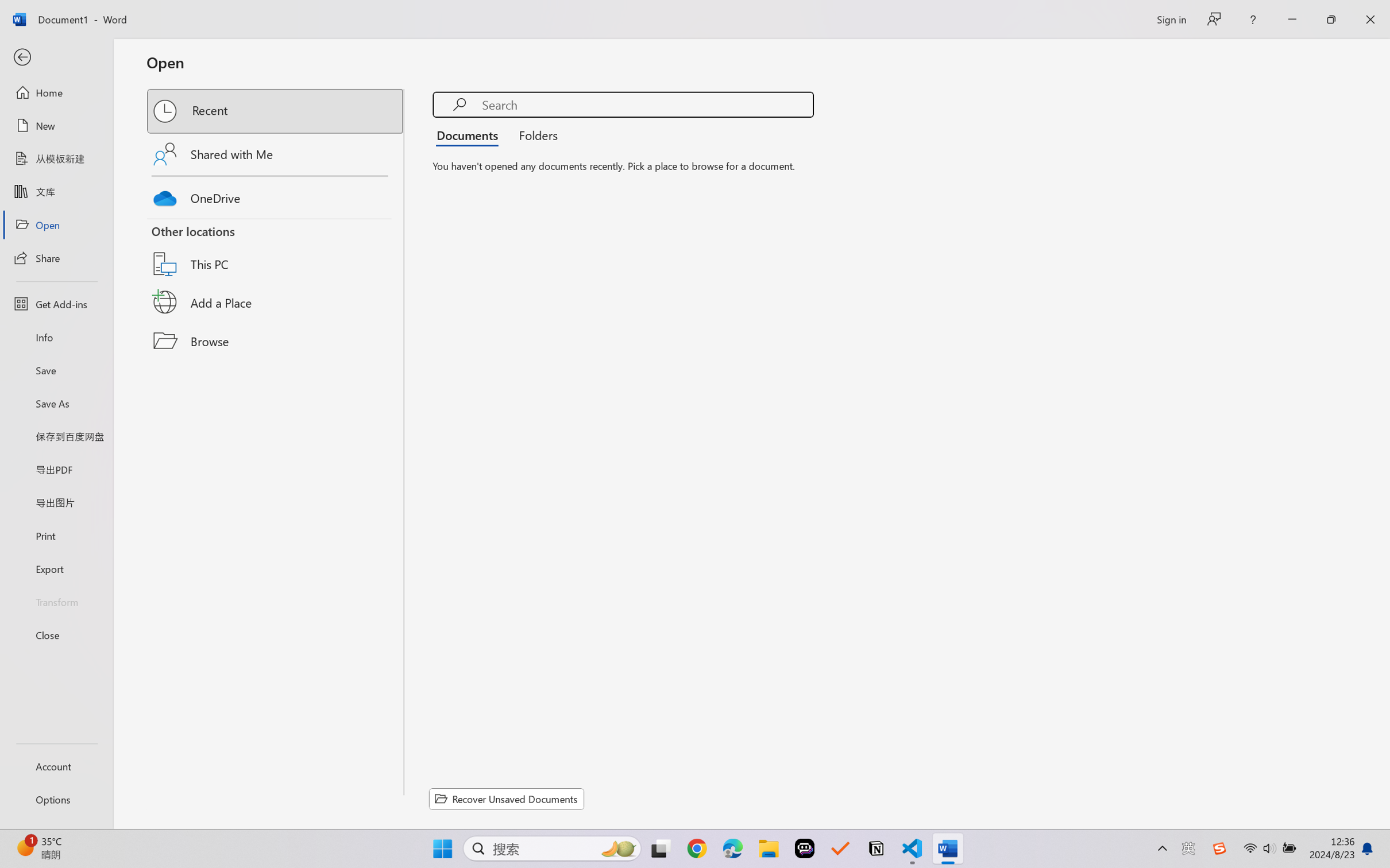 This screenshot has width=1390, height=868. Describe the element at coordinates (56, 403) in the screenshot. I see `'Save As'` at that location.